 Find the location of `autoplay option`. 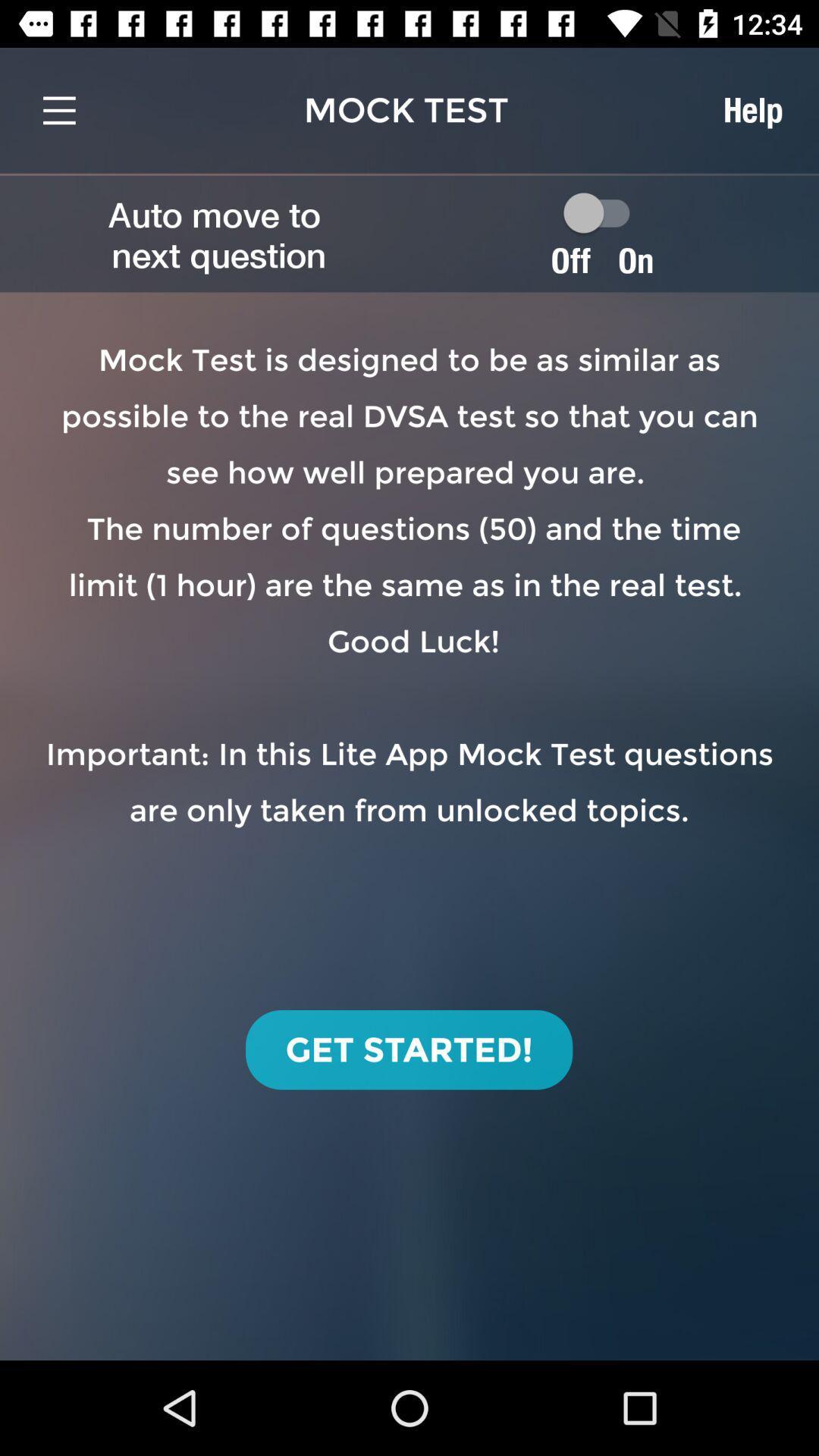

autoplay option is located at coordinates (603, 212).